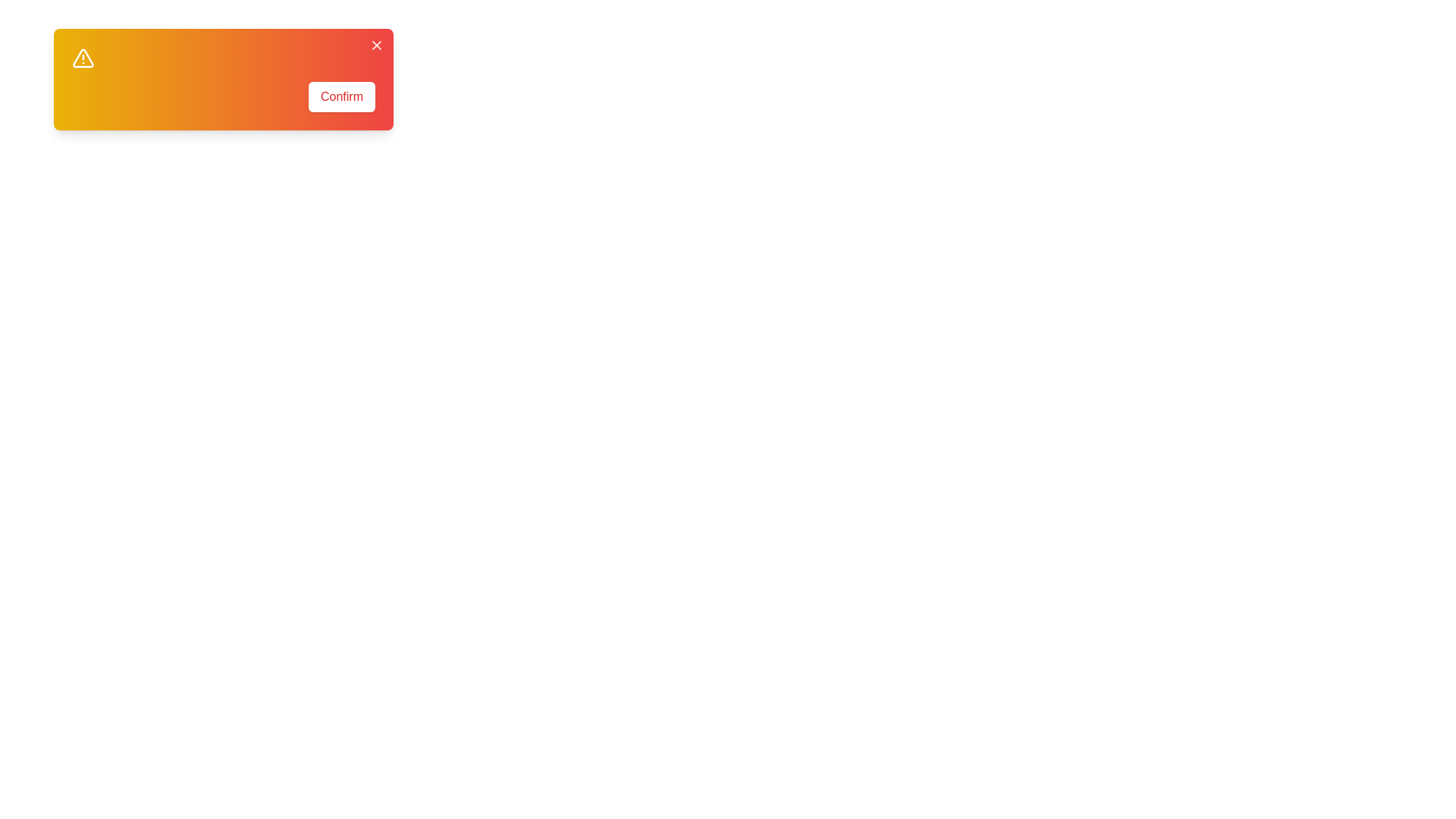 This screenshot has height=819, width=1456. Describe the element at coordinates (341, 96) in the screenshot. I see `the 'Confirm' button located in the bottom-right corner of the dialog box to confirm` at that location.